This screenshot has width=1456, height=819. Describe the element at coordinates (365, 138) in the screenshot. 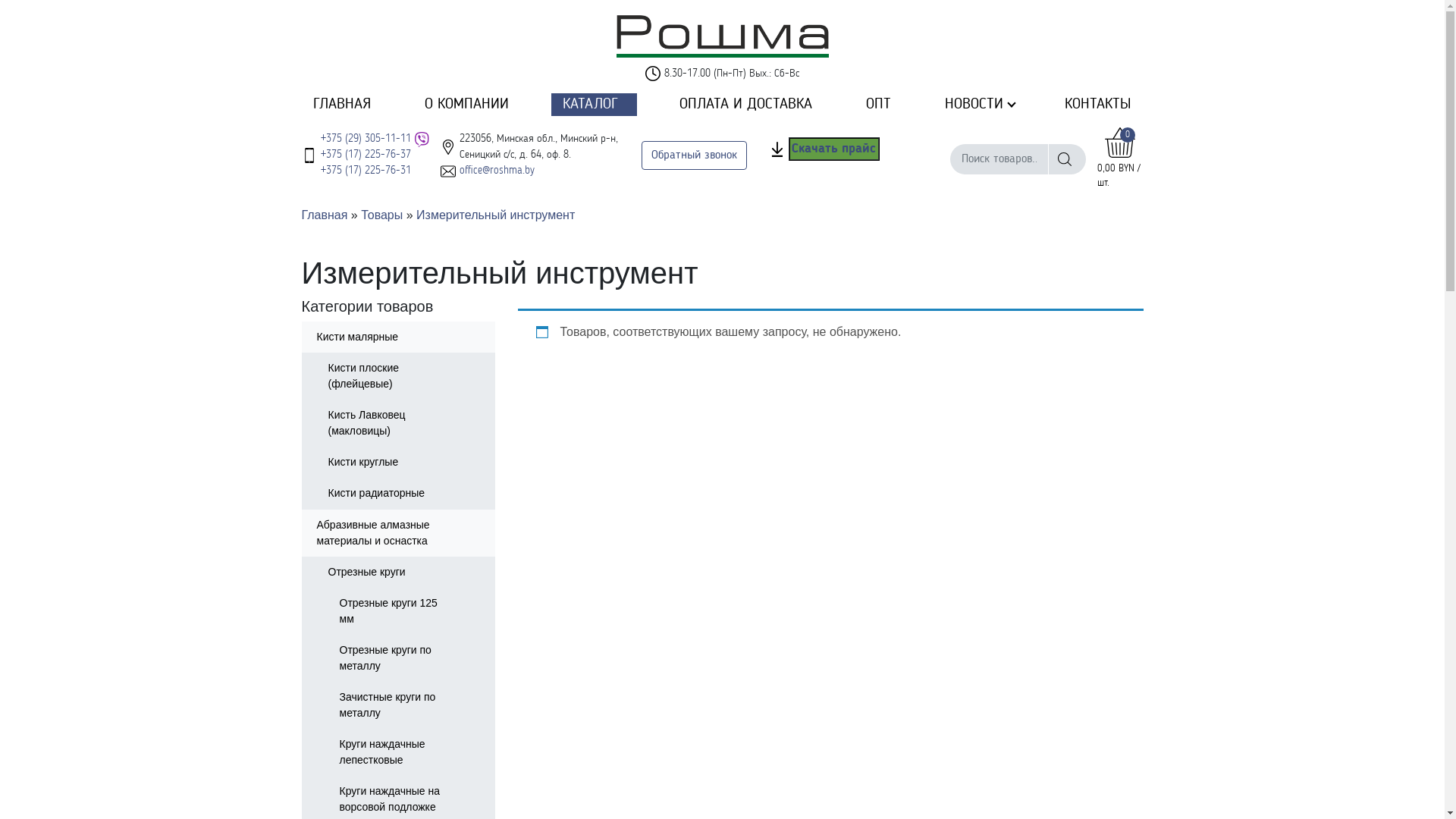

I see `'+375 (29) 305-11-11'` at that location.